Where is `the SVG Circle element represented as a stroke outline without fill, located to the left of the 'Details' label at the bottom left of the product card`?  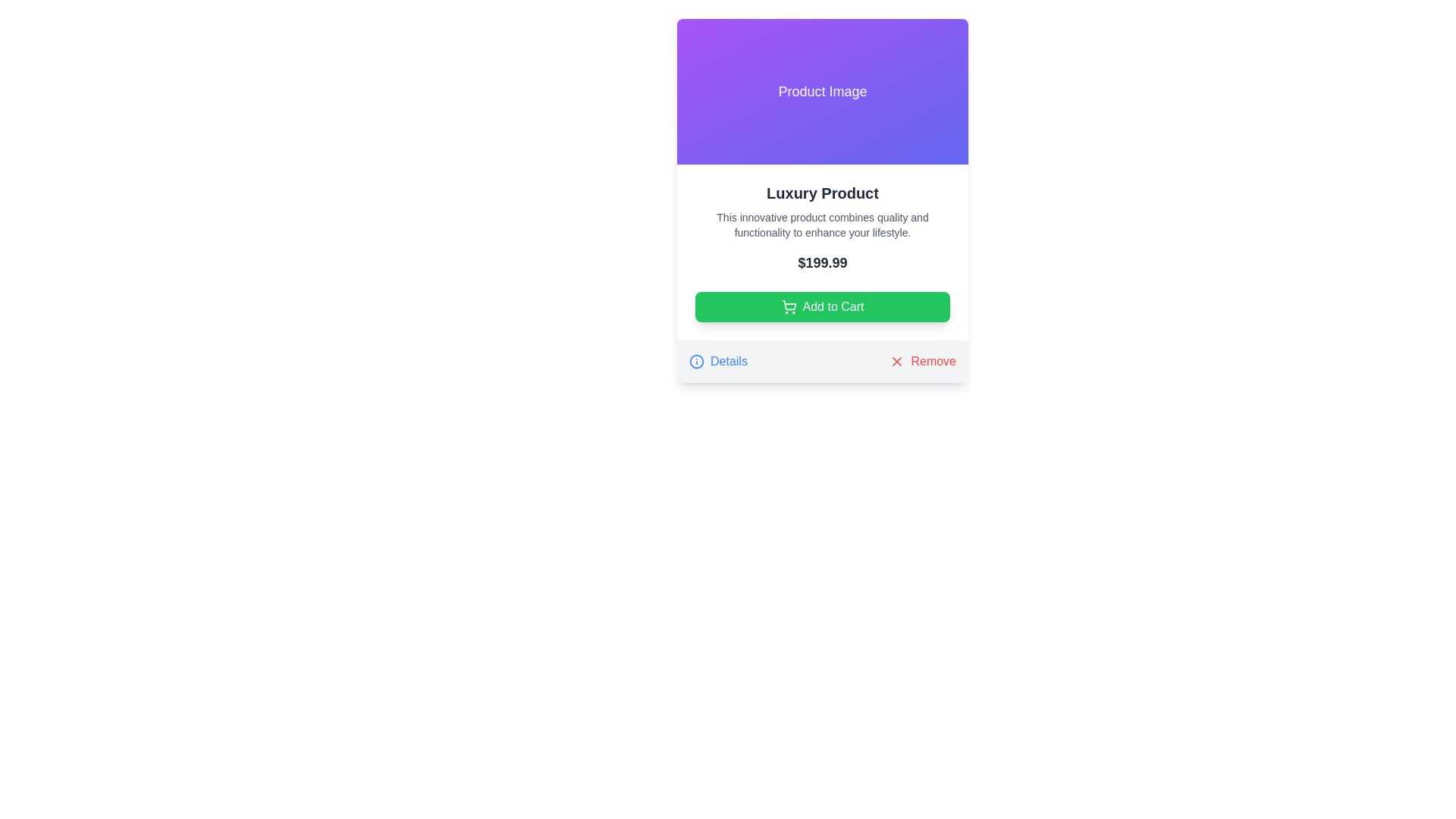
the SVG Circle element represented as a stroke outline without fill, located to the left of the 'Details' label at the bottom left of the product card is located at coordinates (695, 362).